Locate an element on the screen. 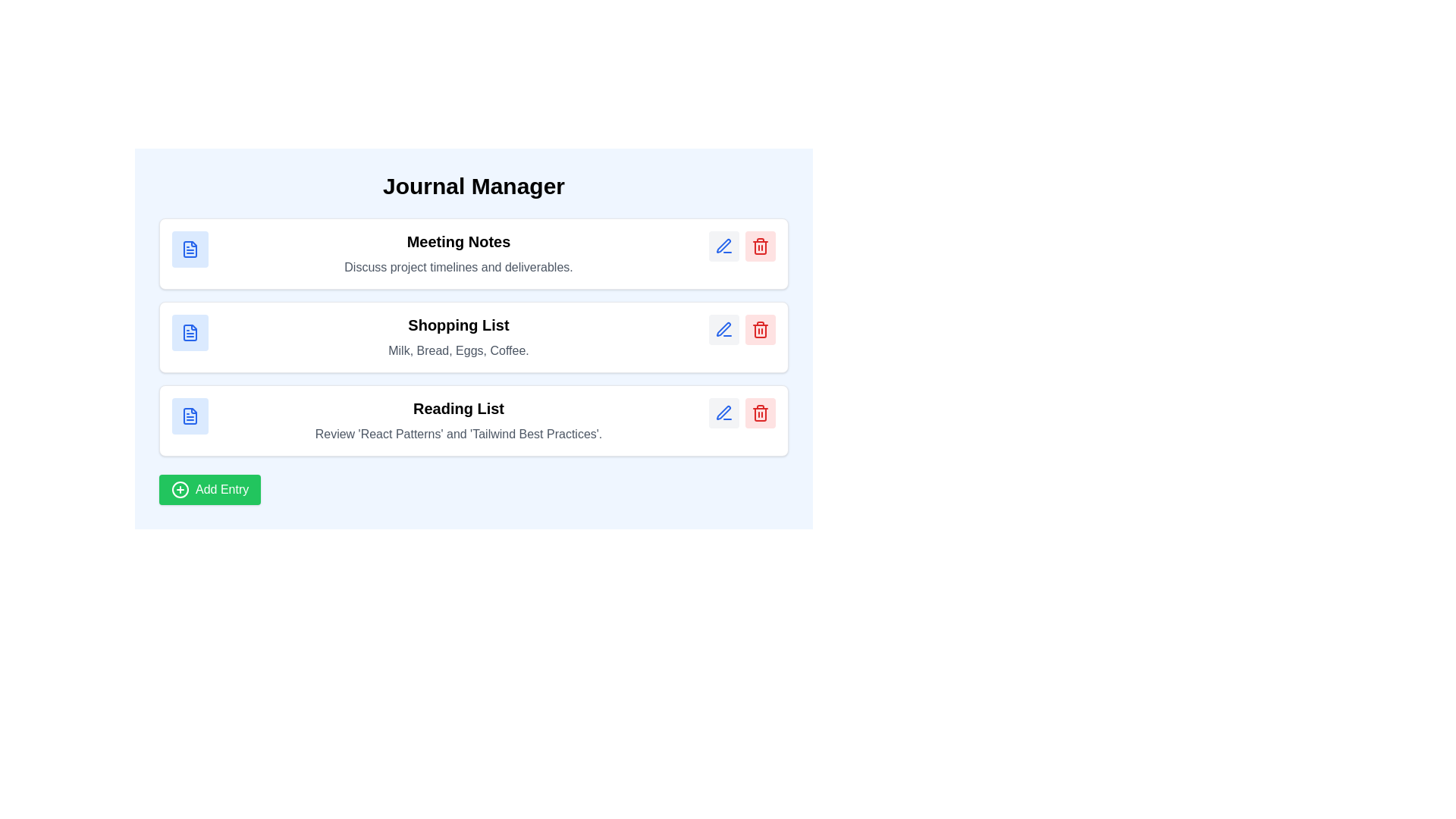 This screenshot has width=1456, height=819. the red-colored trash bin icon in the top-right corner of the 'Shopping List' box is located at coordinates (761, 245).